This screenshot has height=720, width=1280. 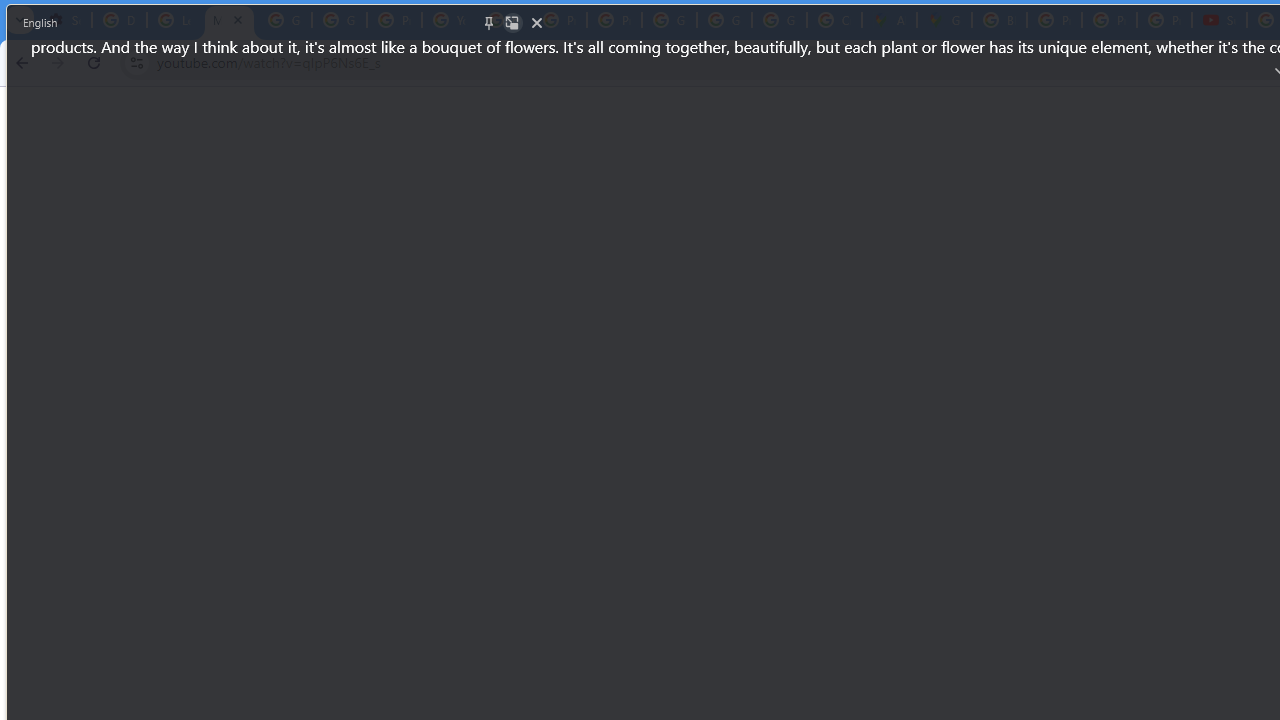 I want to click on 'Delete photos & videos - Computer - Google Photos Help', so click(x=118, y=20).